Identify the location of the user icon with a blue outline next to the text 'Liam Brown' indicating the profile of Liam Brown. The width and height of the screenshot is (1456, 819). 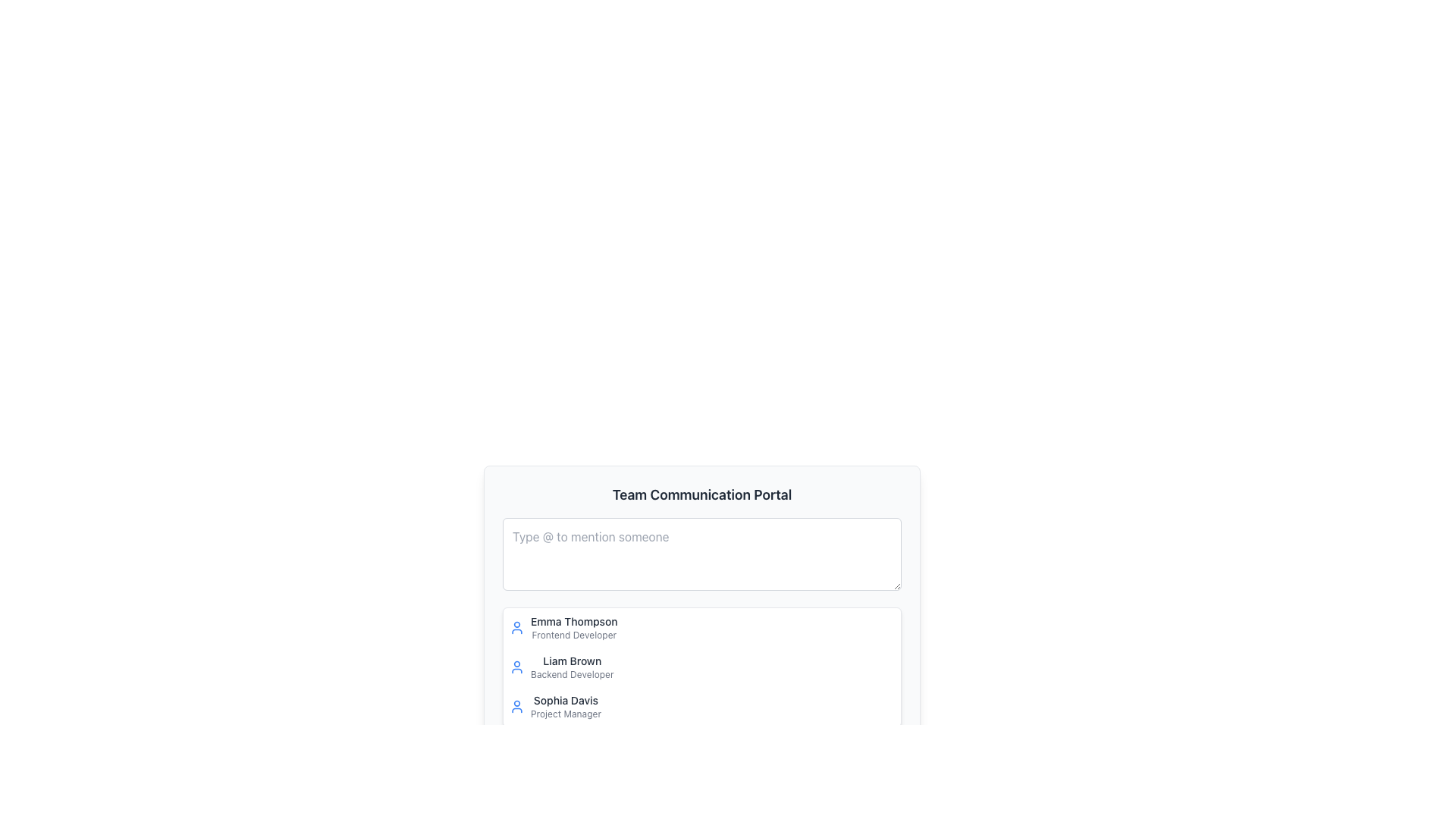
(516, 666).